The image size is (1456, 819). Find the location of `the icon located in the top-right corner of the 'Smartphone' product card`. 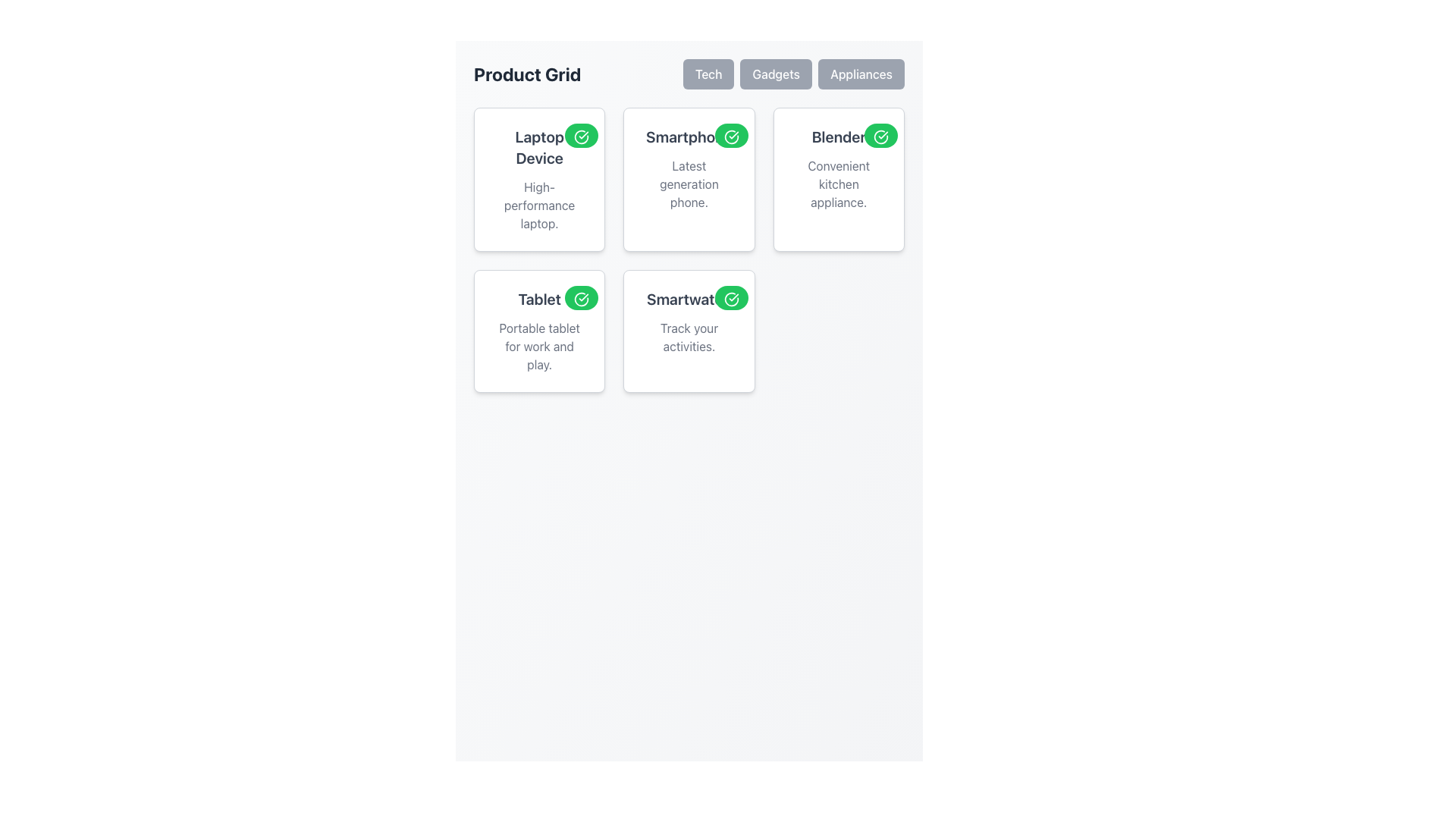

the icon located in the top-right corner of the 'Smartphone' product card is located at coordinates (731, 136).